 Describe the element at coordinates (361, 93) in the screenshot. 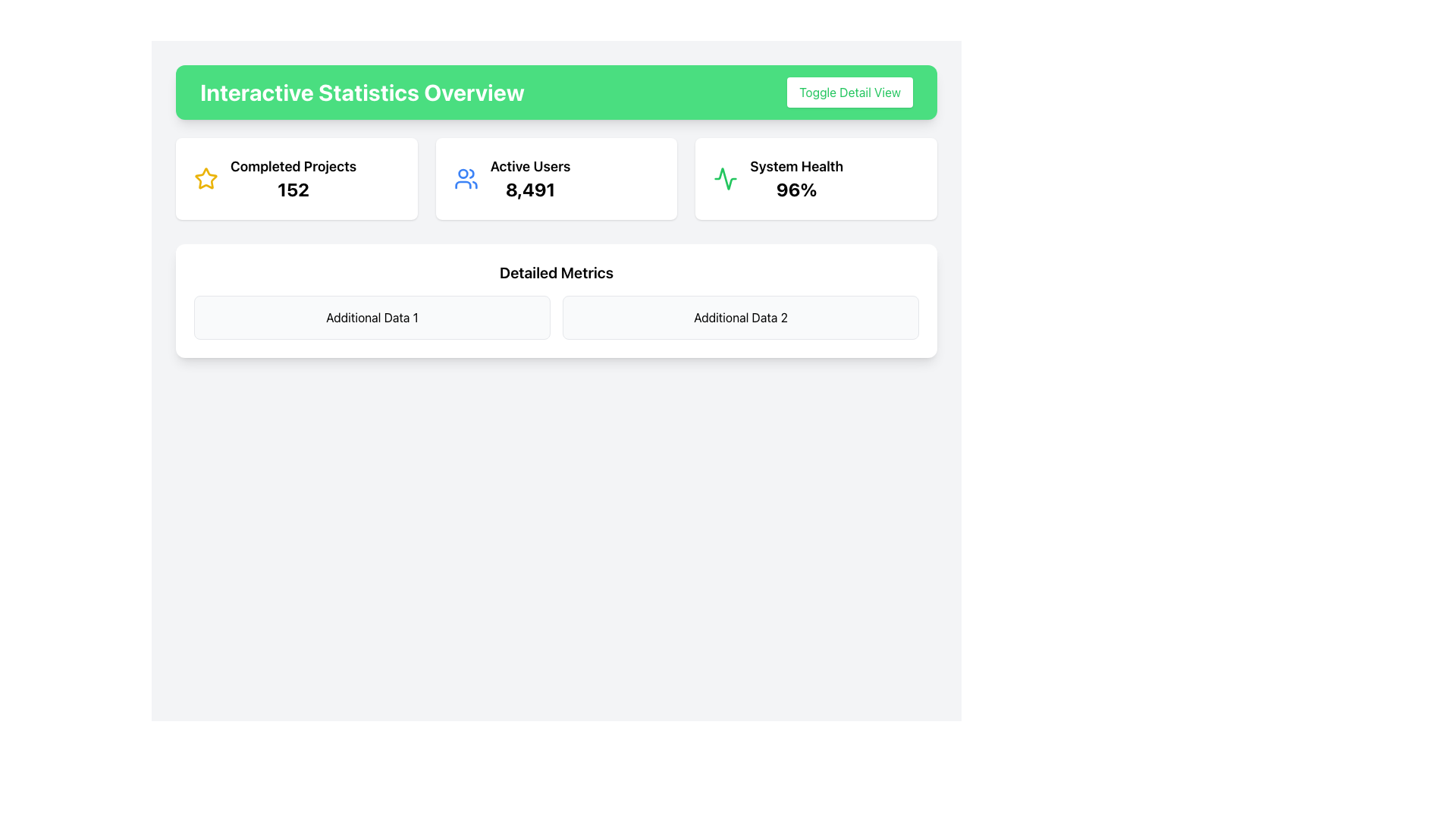

I see `the header element displaying 'Interactive Statistics Overview' in white font on a green background` at that location.